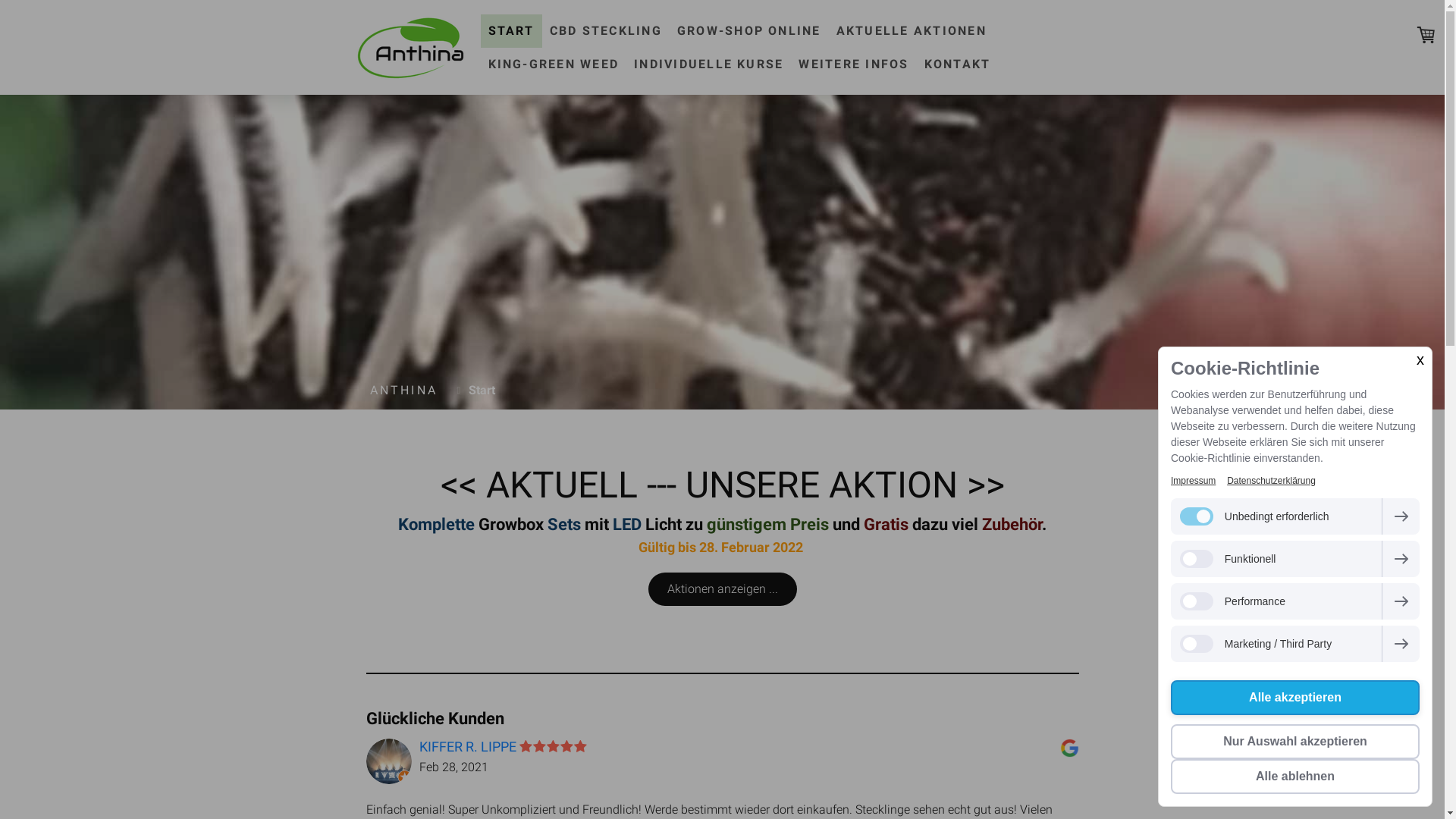 This screenshot has width=1456, height=819. Describe the element at coordinates (910, 30) in the screenshot. I see `'AKTUELLE AKTIONEN'` at that location.